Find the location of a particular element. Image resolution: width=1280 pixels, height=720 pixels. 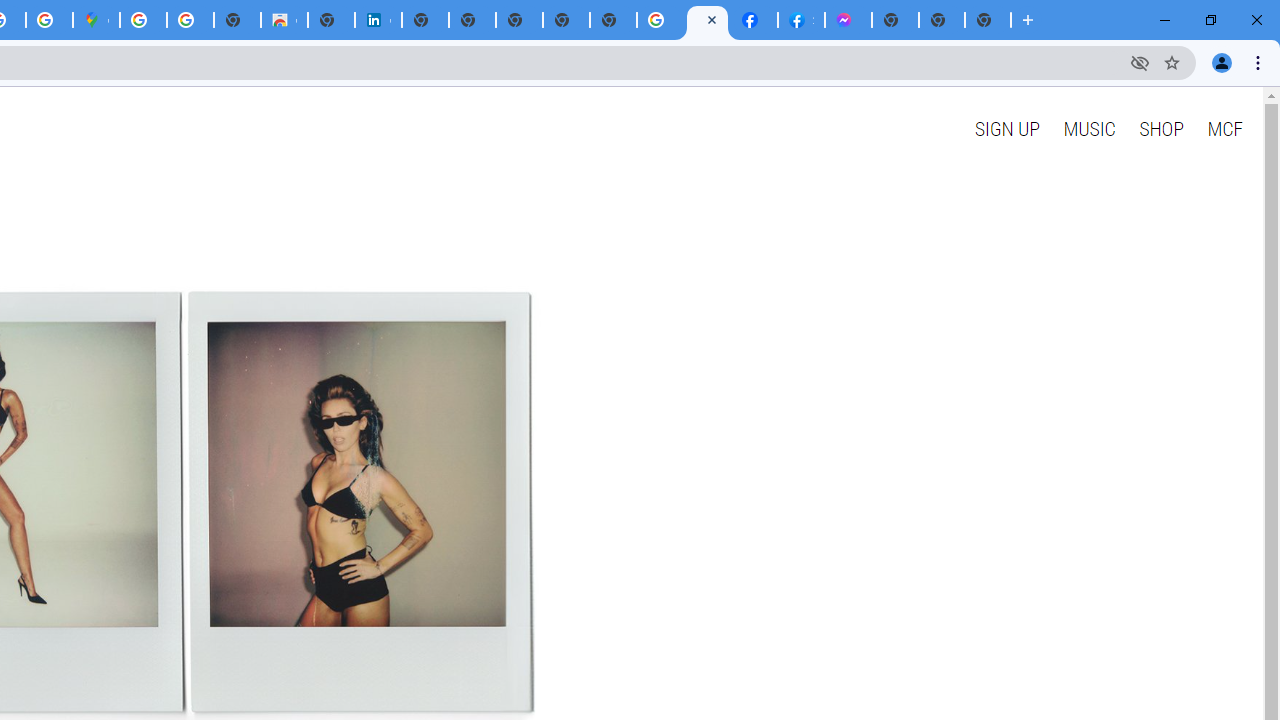

'MCF' is located at coordinates (1223, 128).